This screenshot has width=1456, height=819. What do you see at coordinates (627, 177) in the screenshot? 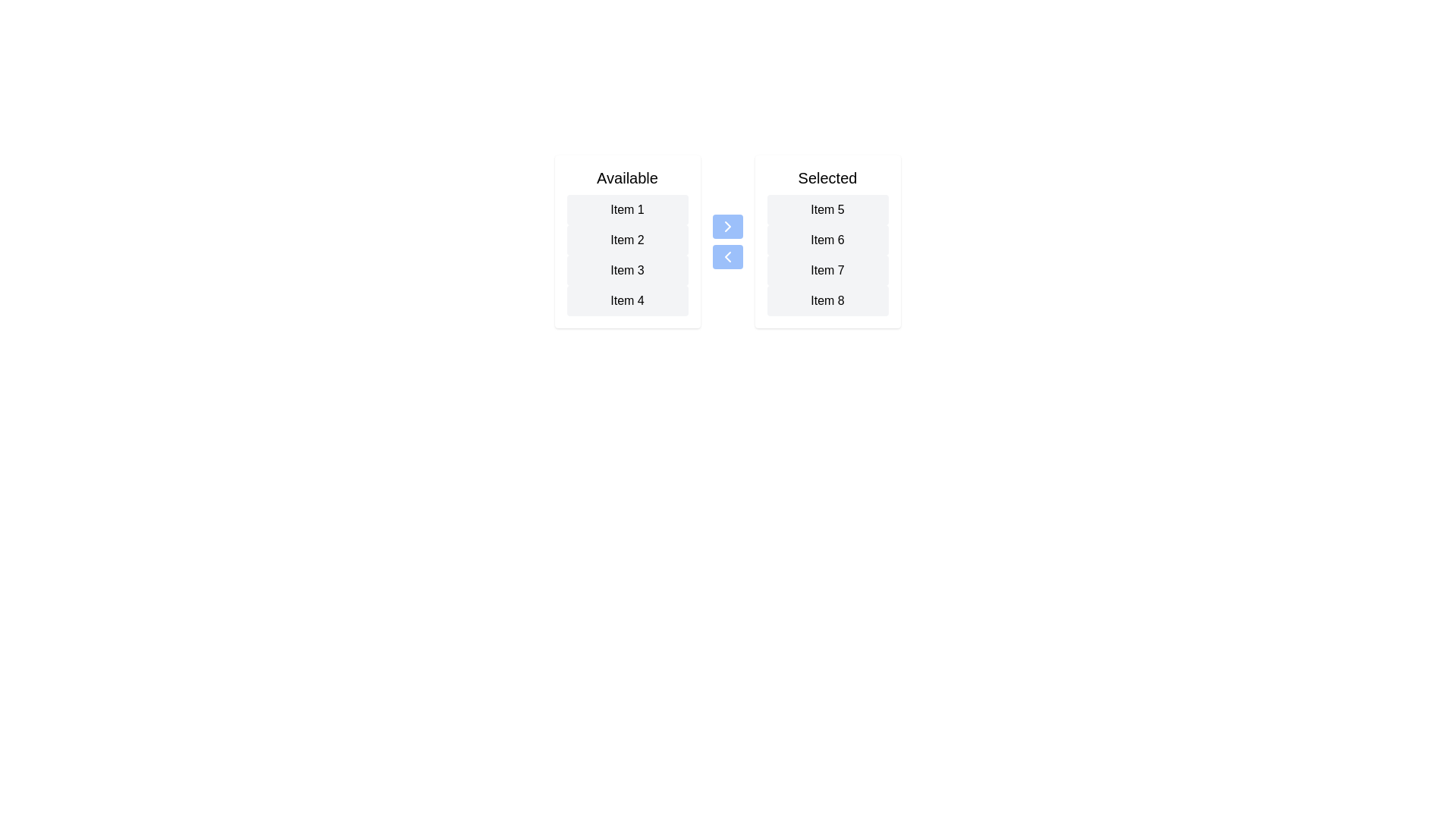
I see `the text label displaying 'Available', which is bold and positioned at the top center of a pale white rectangular section` at bounding box center [627, 177].